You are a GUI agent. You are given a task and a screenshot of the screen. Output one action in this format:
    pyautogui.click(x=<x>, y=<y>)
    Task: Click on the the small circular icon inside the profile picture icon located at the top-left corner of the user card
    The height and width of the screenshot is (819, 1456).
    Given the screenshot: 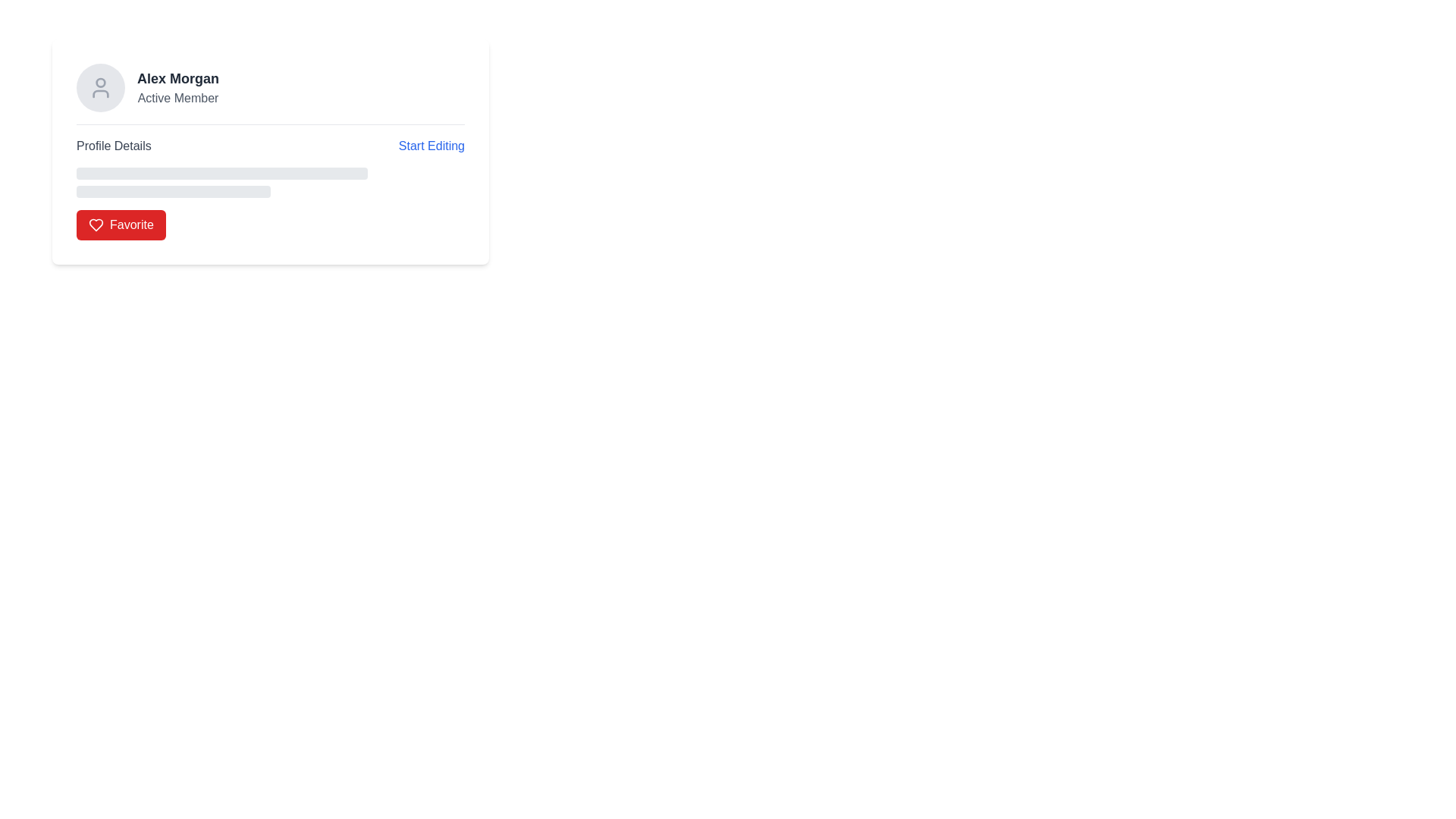 What is the action you would take?
    pyautogui.click(x=100, y=83)
    